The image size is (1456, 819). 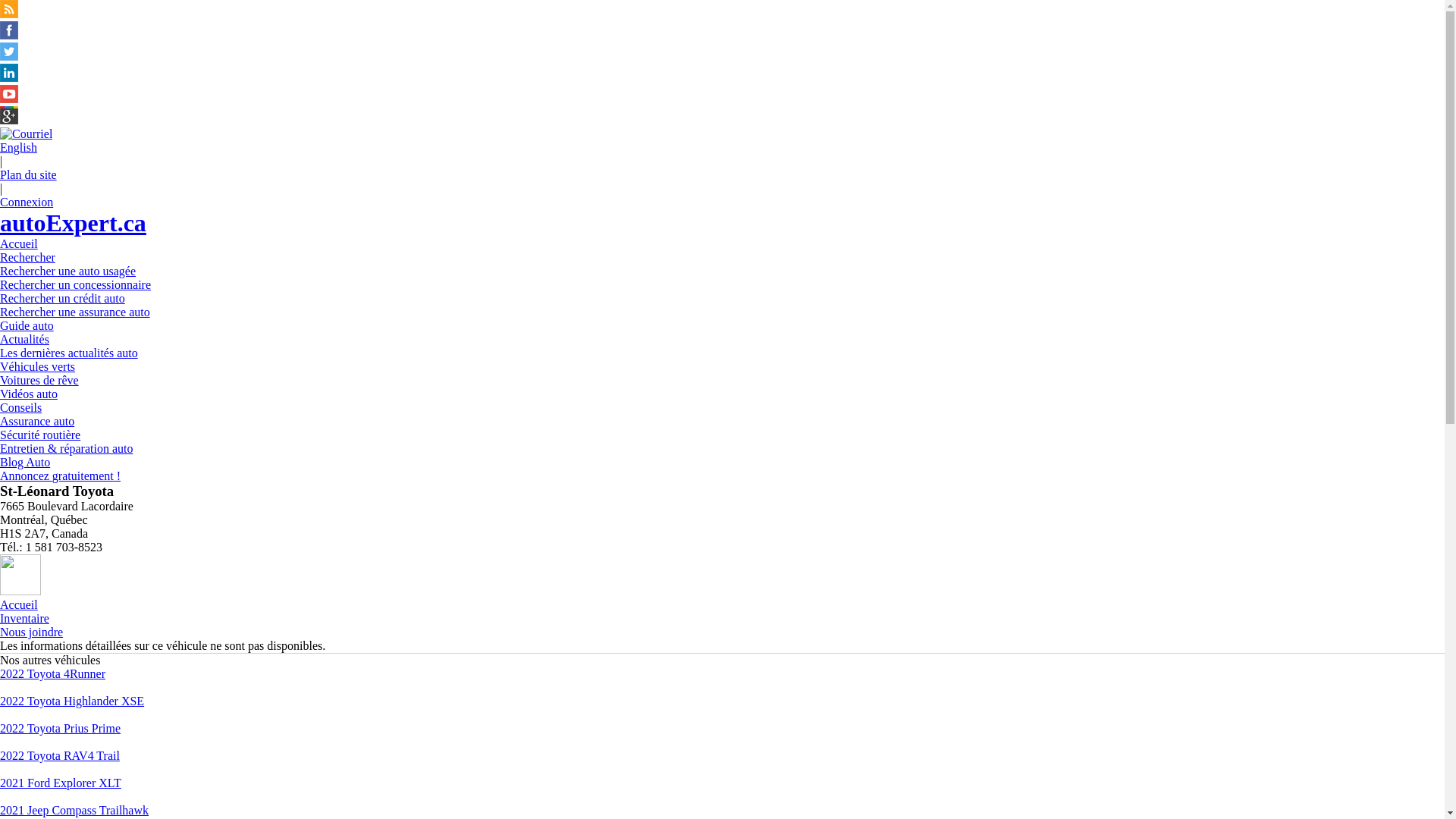 I want to click on 'Inventaire', so click(x=24, y=618).